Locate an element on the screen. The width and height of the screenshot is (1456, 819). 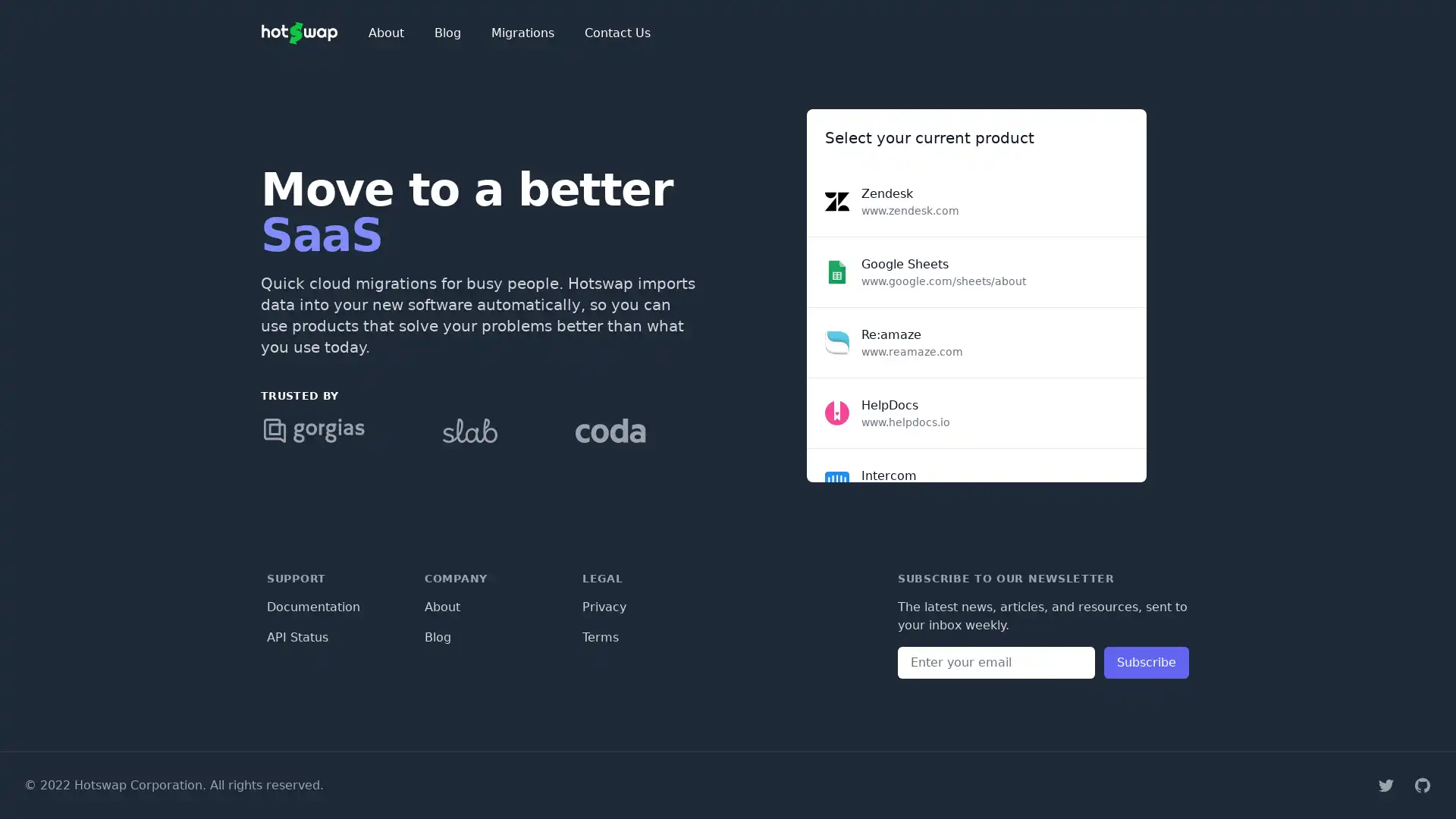
Subscribe is located at coordinates (1147, 662).